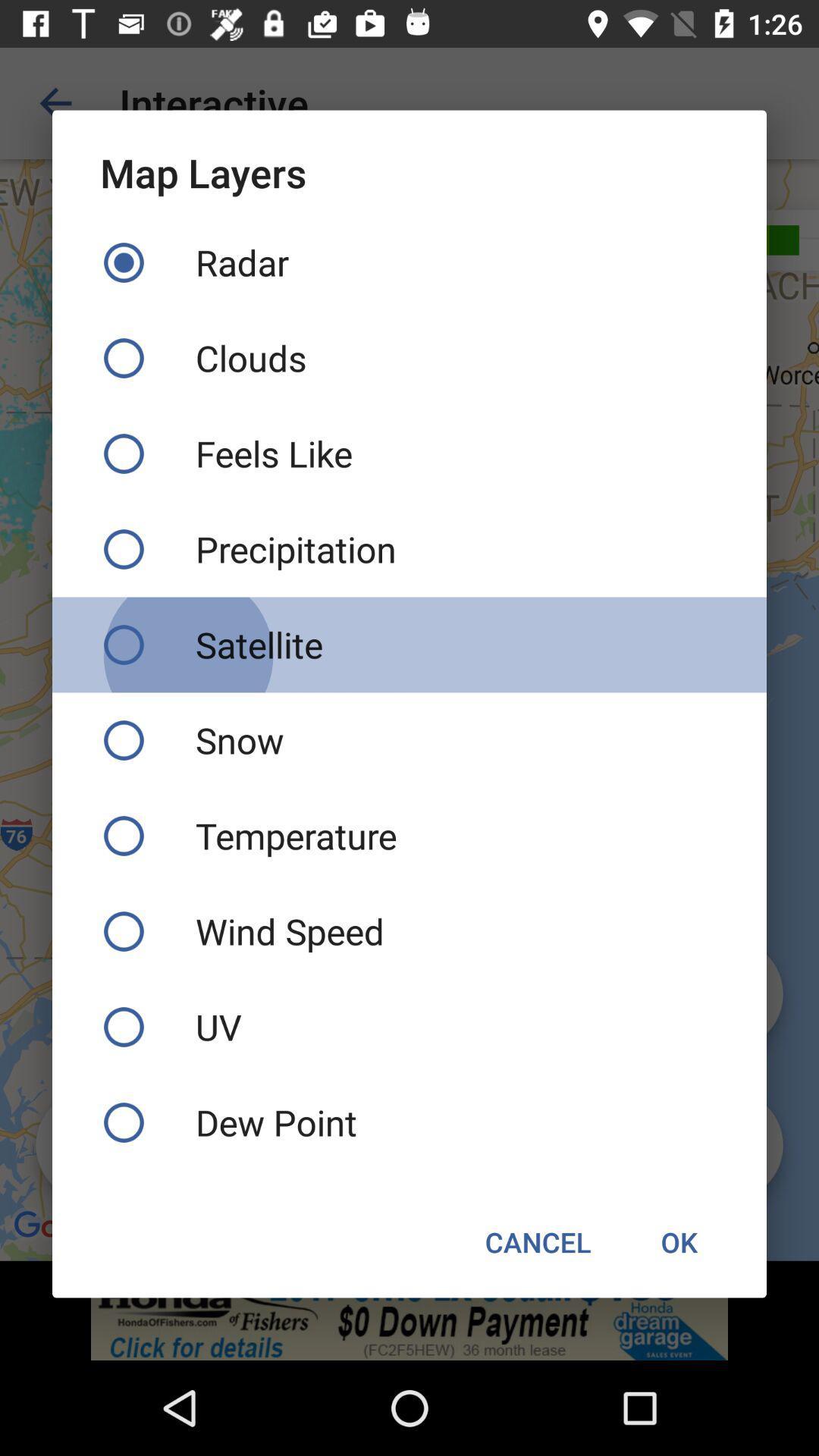 The image size is (819, 1456). I want to click on the cancel icon, so click(537, 1241).